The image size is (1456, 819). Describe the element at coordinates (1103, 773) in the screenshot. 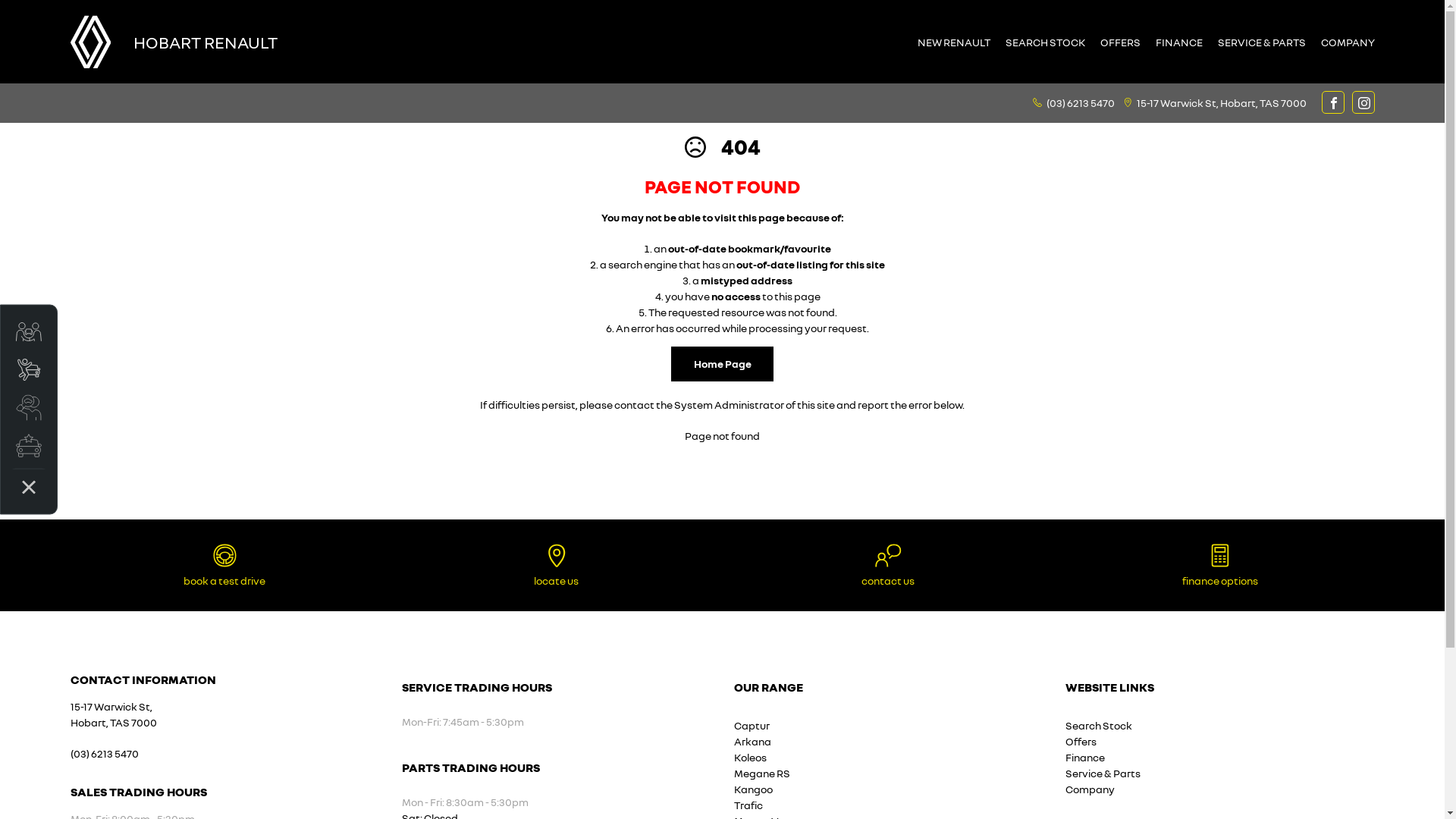

I see `'Service & Parts'` at that location.